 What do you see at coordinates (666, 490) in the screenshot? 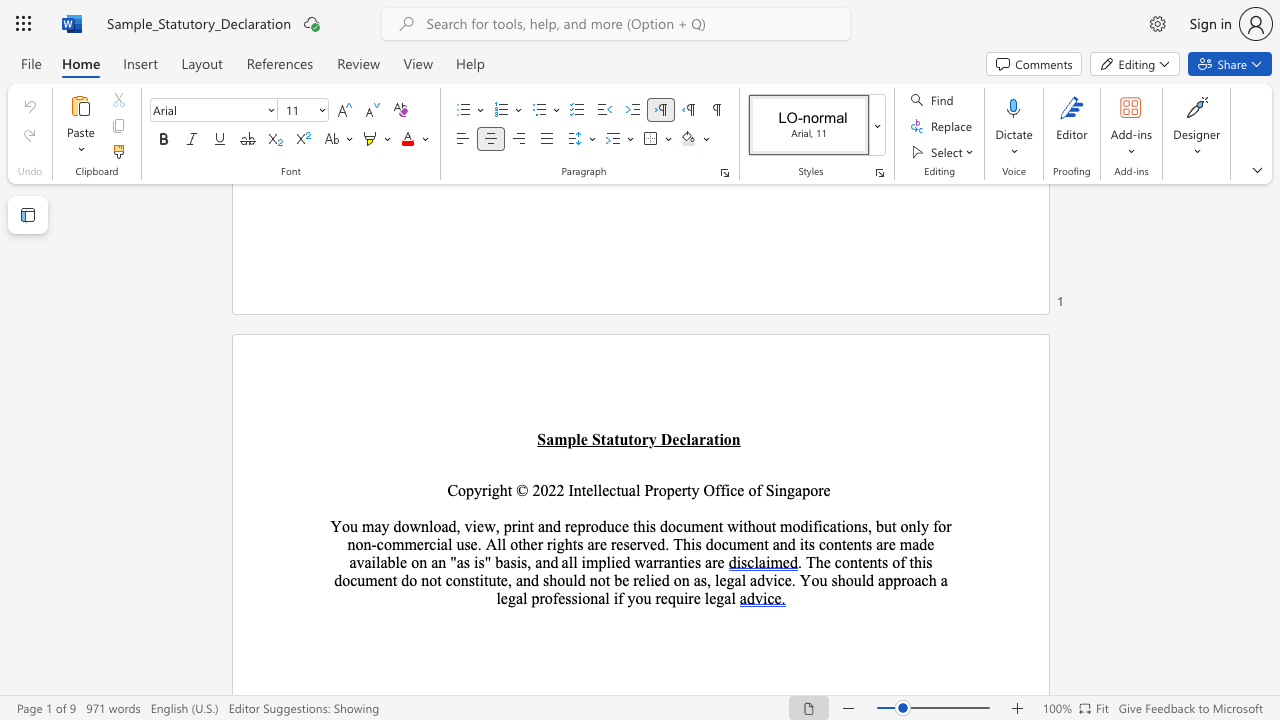
I see `the subset text "perty Off" within the text "Copyright © 2022 Intellectual Property Office of Singapore"` at bounding box center [666, 490].